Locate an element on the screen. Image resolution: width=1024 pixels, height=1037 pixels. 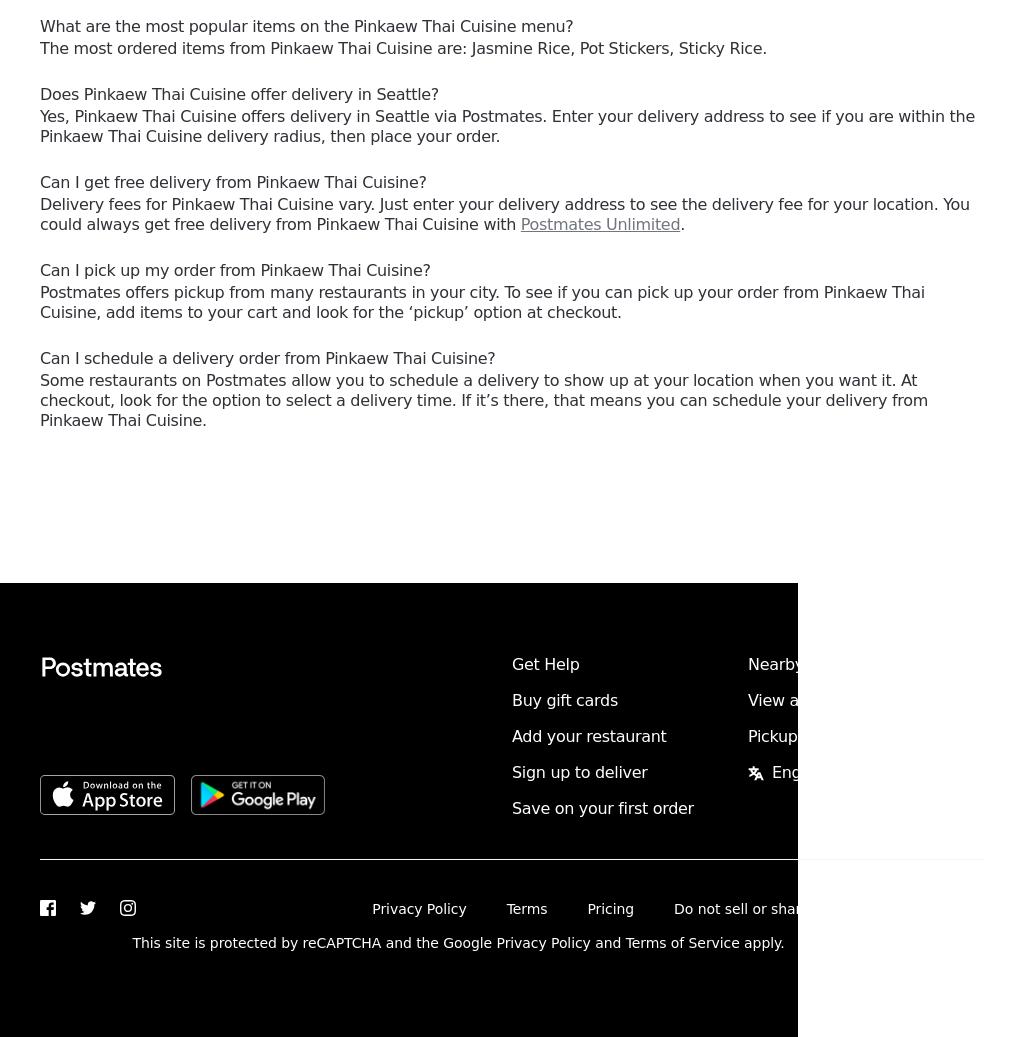
'The most ordered items from Pinkaew Thai Cuisine are: Jasmine Rice, Pot Stickers, Sticky Rice.' is located at coordinates (402, 47).